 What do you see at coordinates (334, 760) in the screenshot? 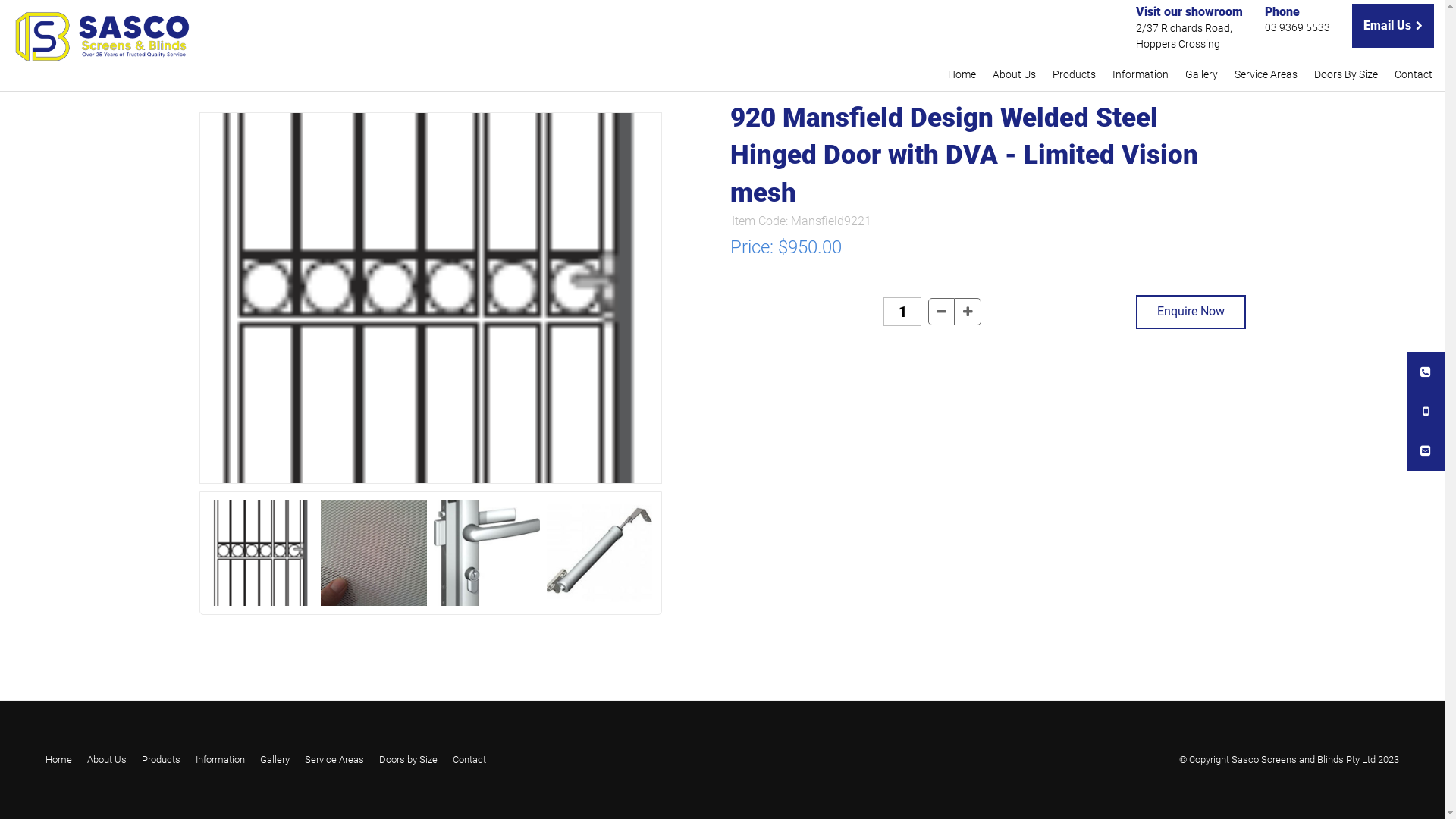
I see `'Service Areas'` at bounding box center [334, 760].